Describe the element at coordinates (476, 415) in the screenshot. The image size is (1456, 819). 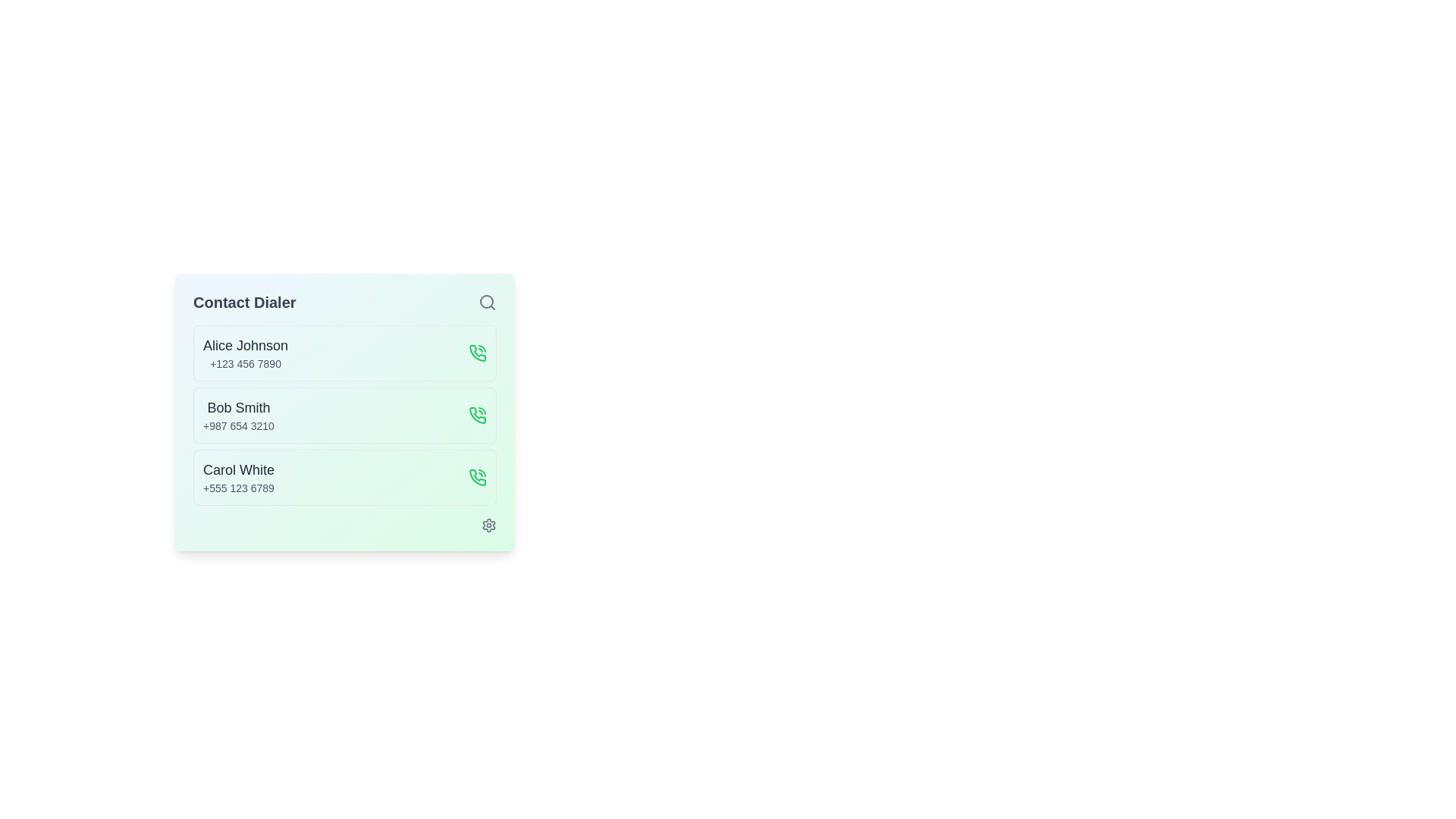
I see `the phone icon located to the right of the contact details 'Bob Smith' and '+987 654 3210' in the second entry of the contact list to initiate a call or access calling functionalities` at that location.